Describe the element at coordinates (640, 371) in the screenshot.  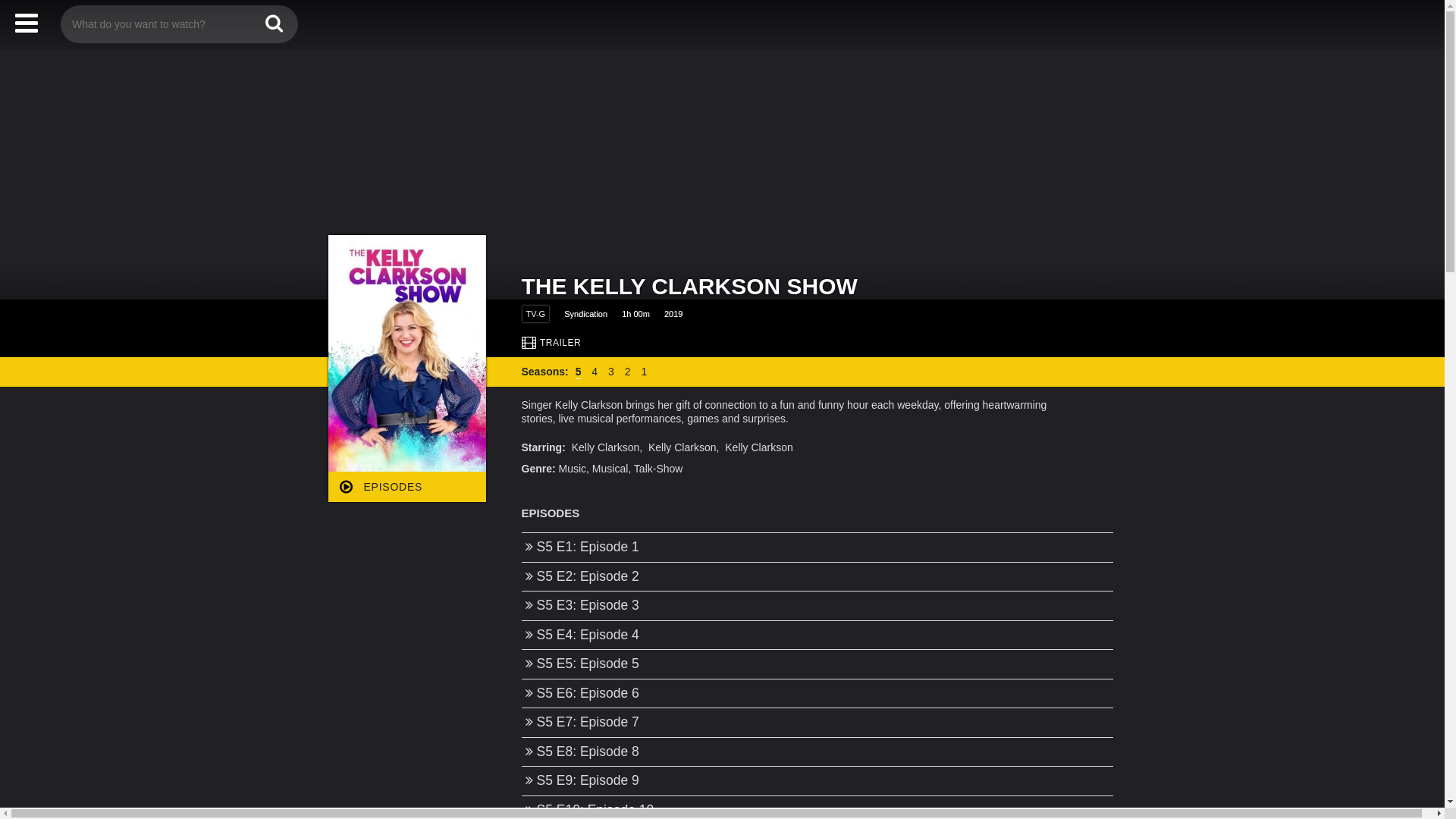
I see `'1'` at that location.